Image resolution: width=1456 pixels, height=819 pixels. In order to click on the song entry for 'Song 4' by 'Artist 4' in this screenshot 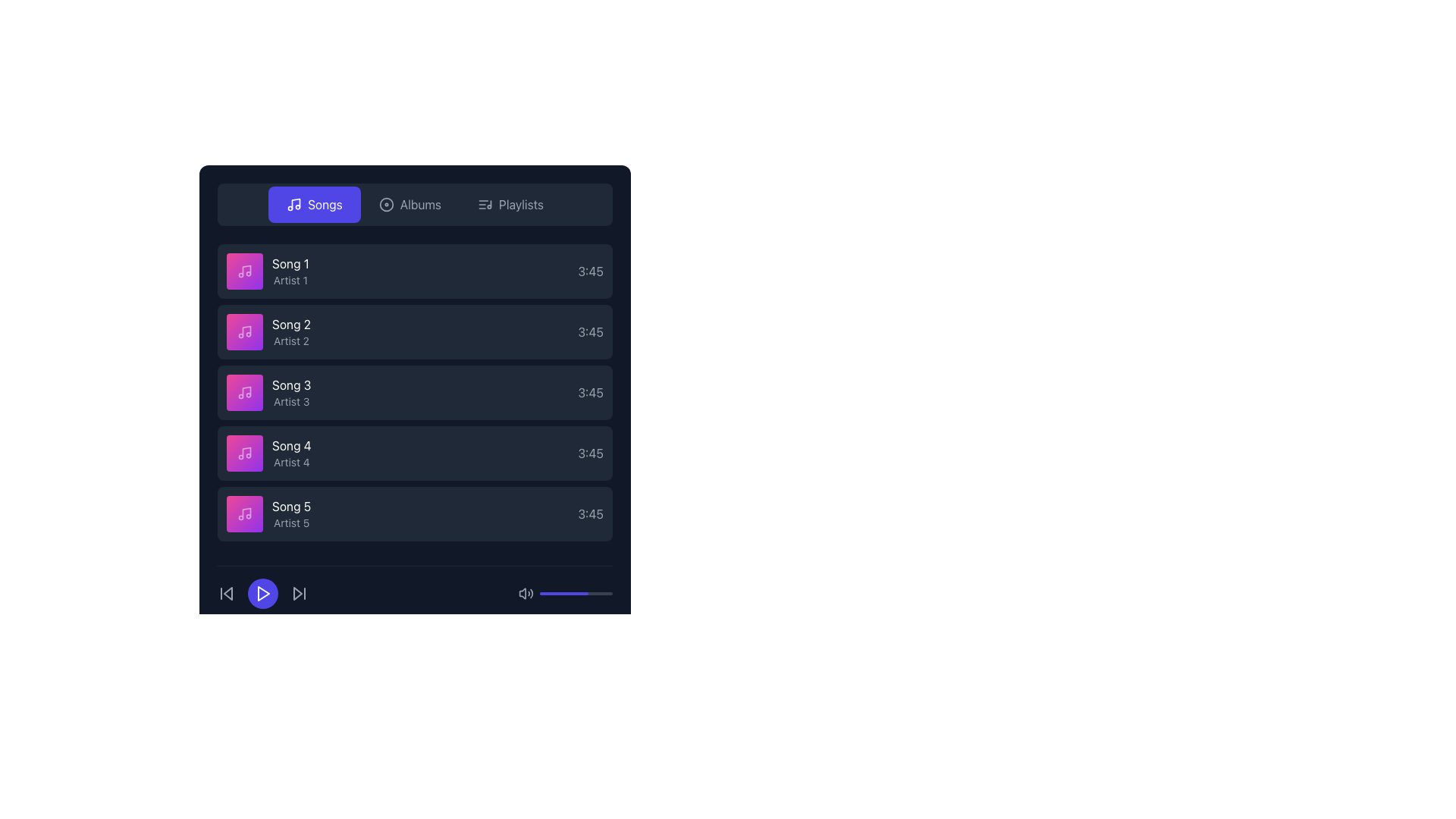, I will do `click(291, 452)`.